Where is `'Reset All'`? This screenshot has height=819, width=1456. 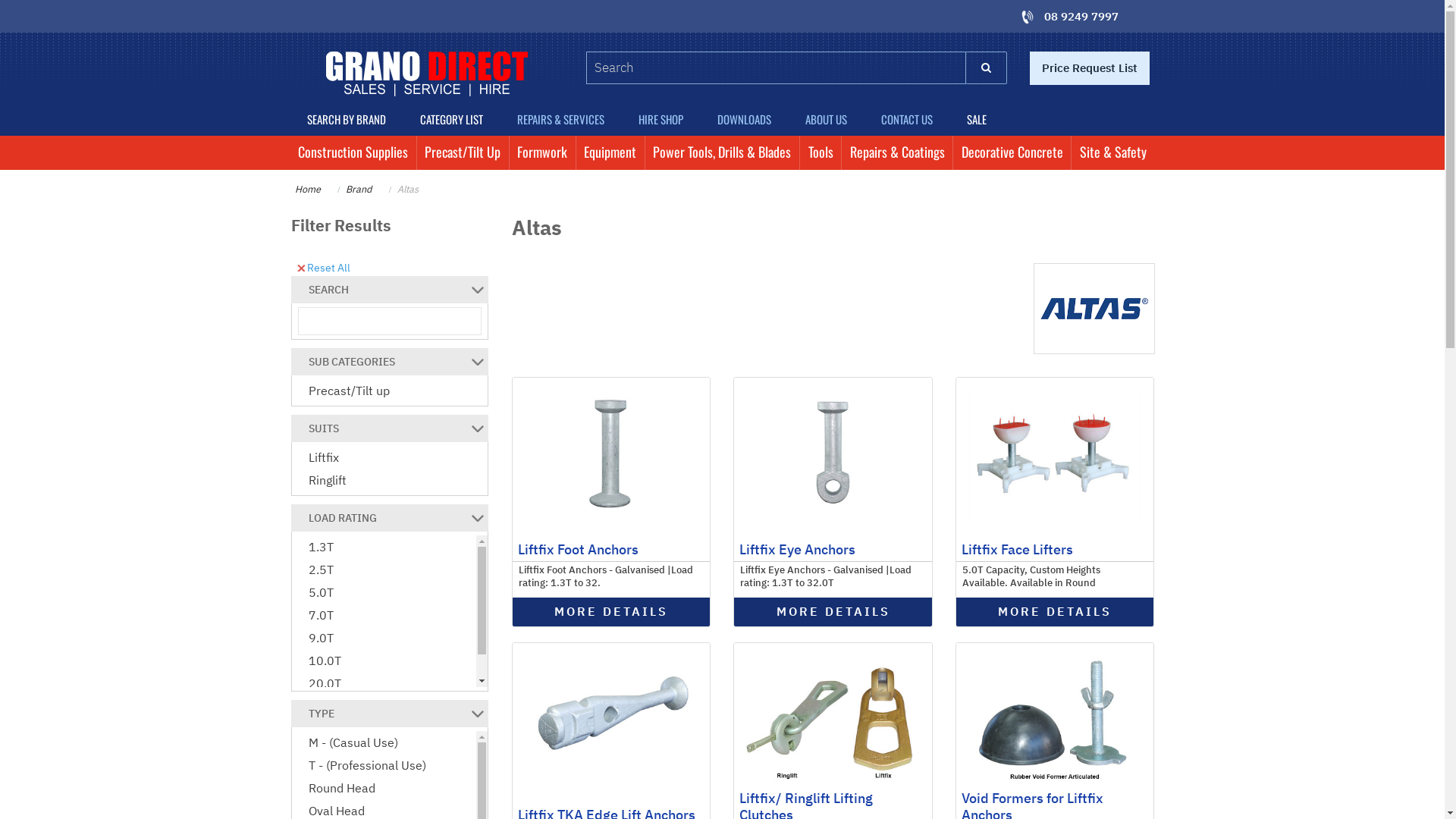 'Reset All' is located at coordinates (323, 265).